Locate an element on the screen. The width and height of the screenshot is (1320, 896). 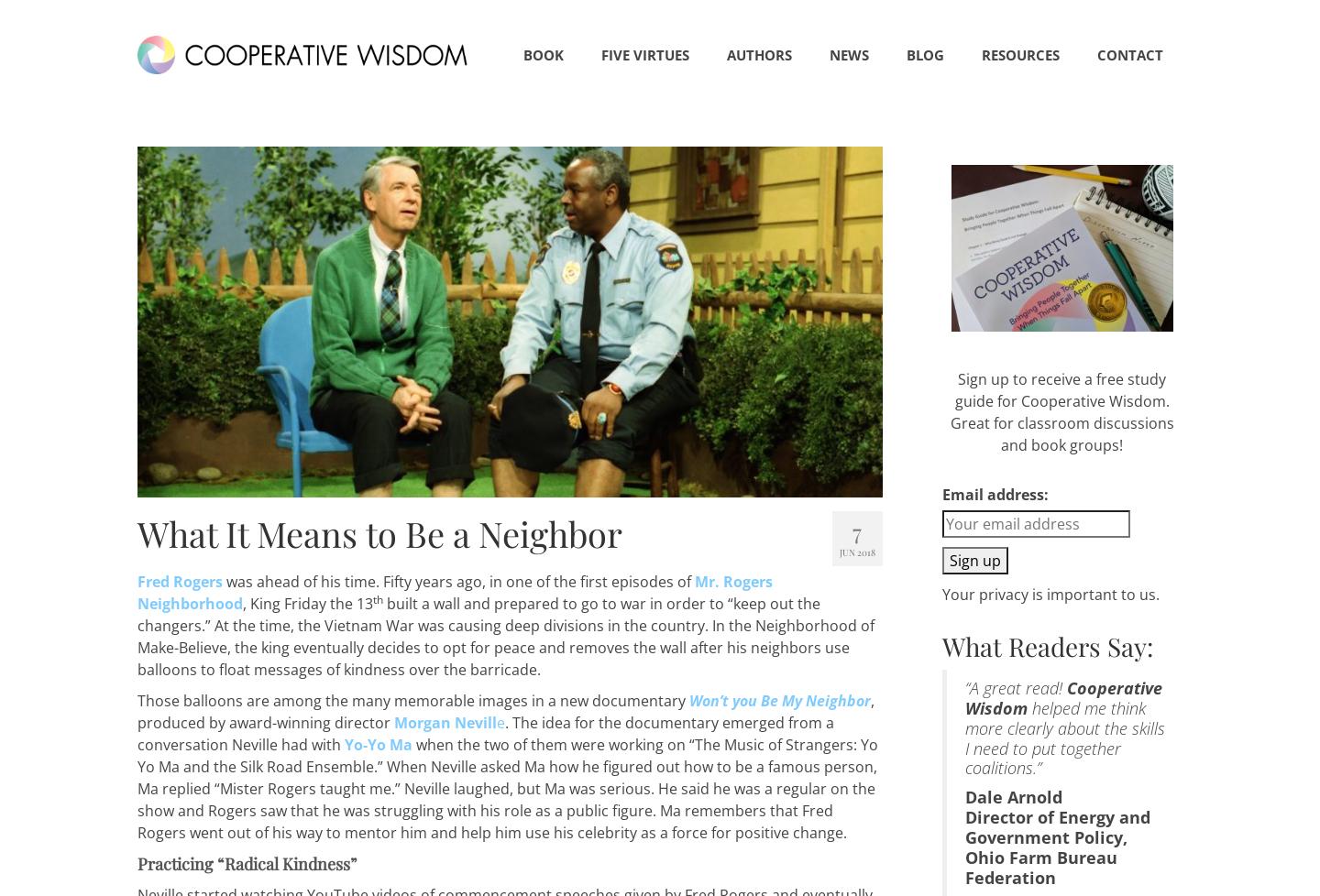
'Email address:' is located at coordinates (941, 493).